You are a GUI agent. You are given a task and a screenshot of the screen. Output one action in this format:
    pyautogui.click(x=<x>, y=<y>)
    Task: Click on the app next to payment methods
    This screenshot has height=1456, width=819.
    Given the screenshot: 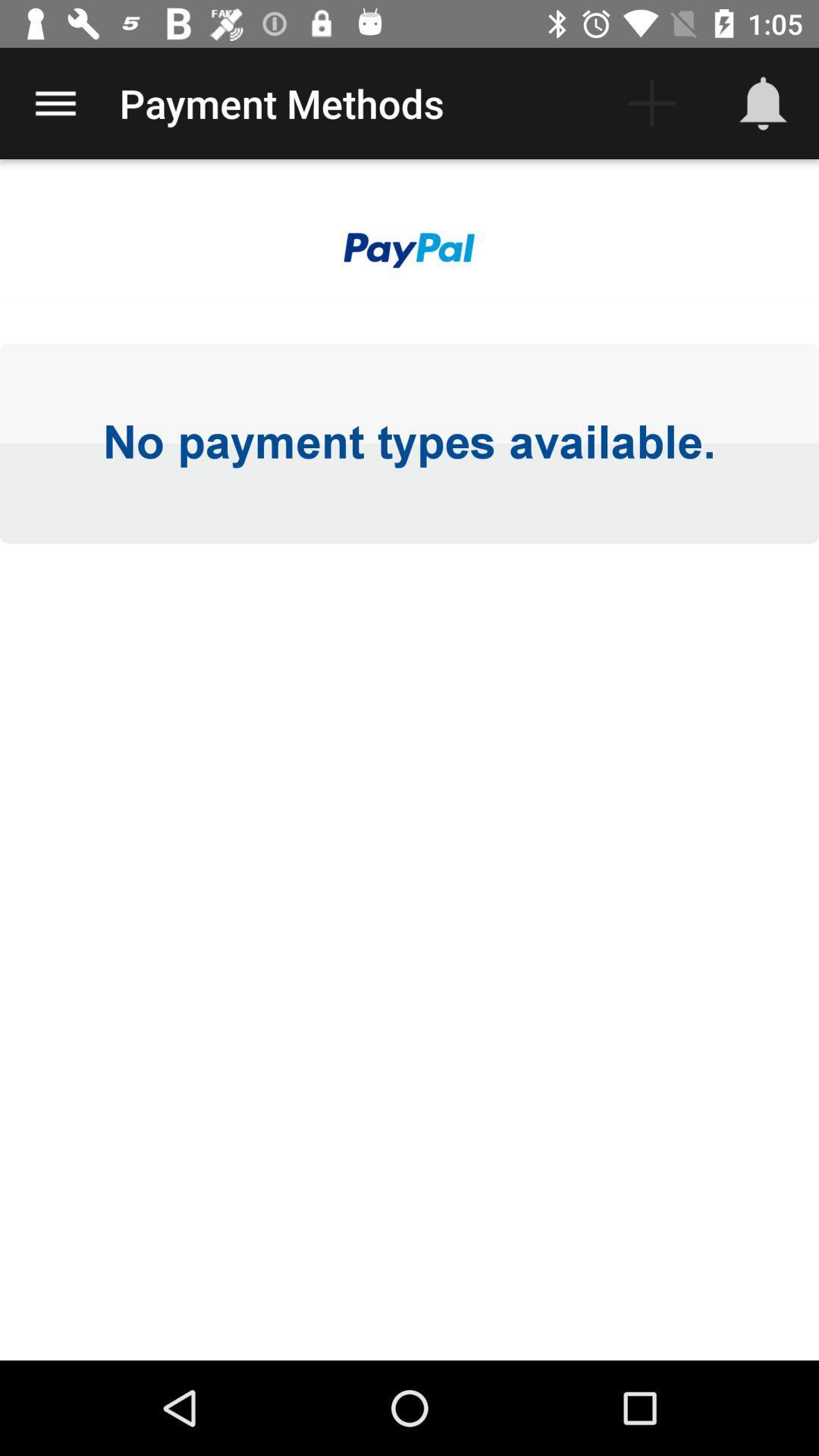 What is the action you would take?
    pyautogui.click(x=55, y=102)
    